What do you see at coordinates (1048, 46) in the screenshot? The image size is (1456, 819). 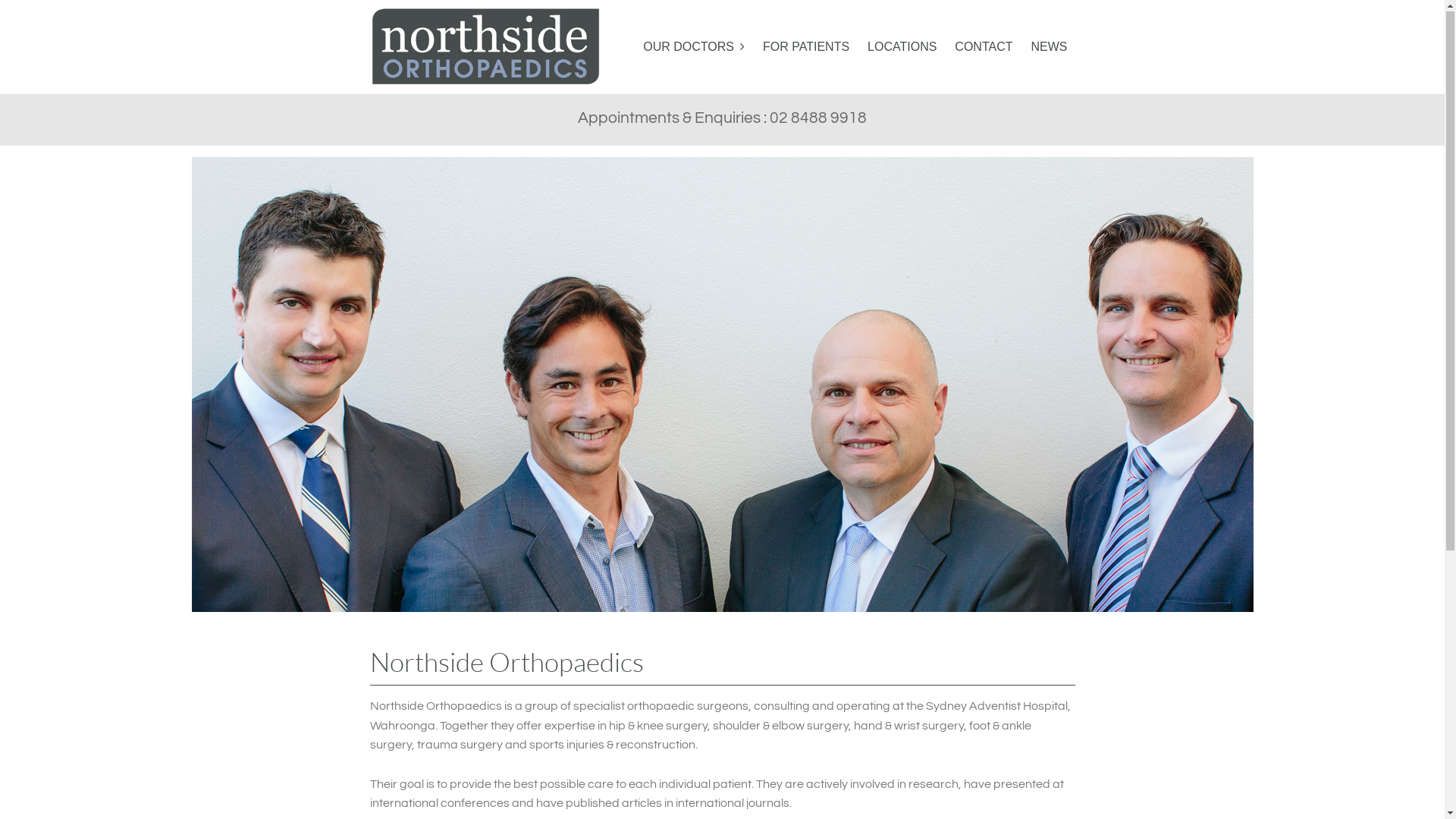 I see `'NEWS'` at bounding box center [1048, 46].